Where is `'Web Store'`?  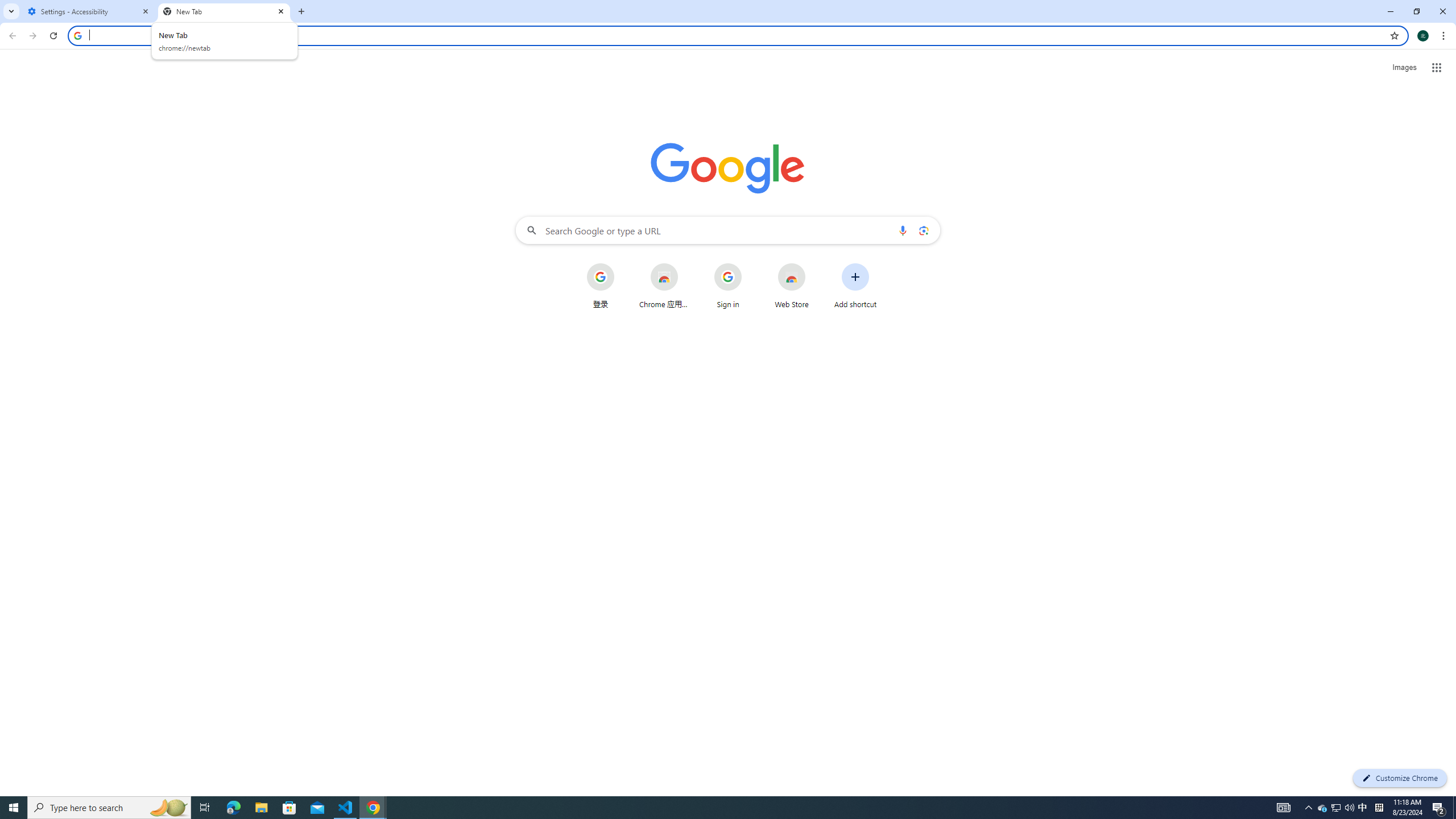
'Web Store' is located at coordinates (791, 285).